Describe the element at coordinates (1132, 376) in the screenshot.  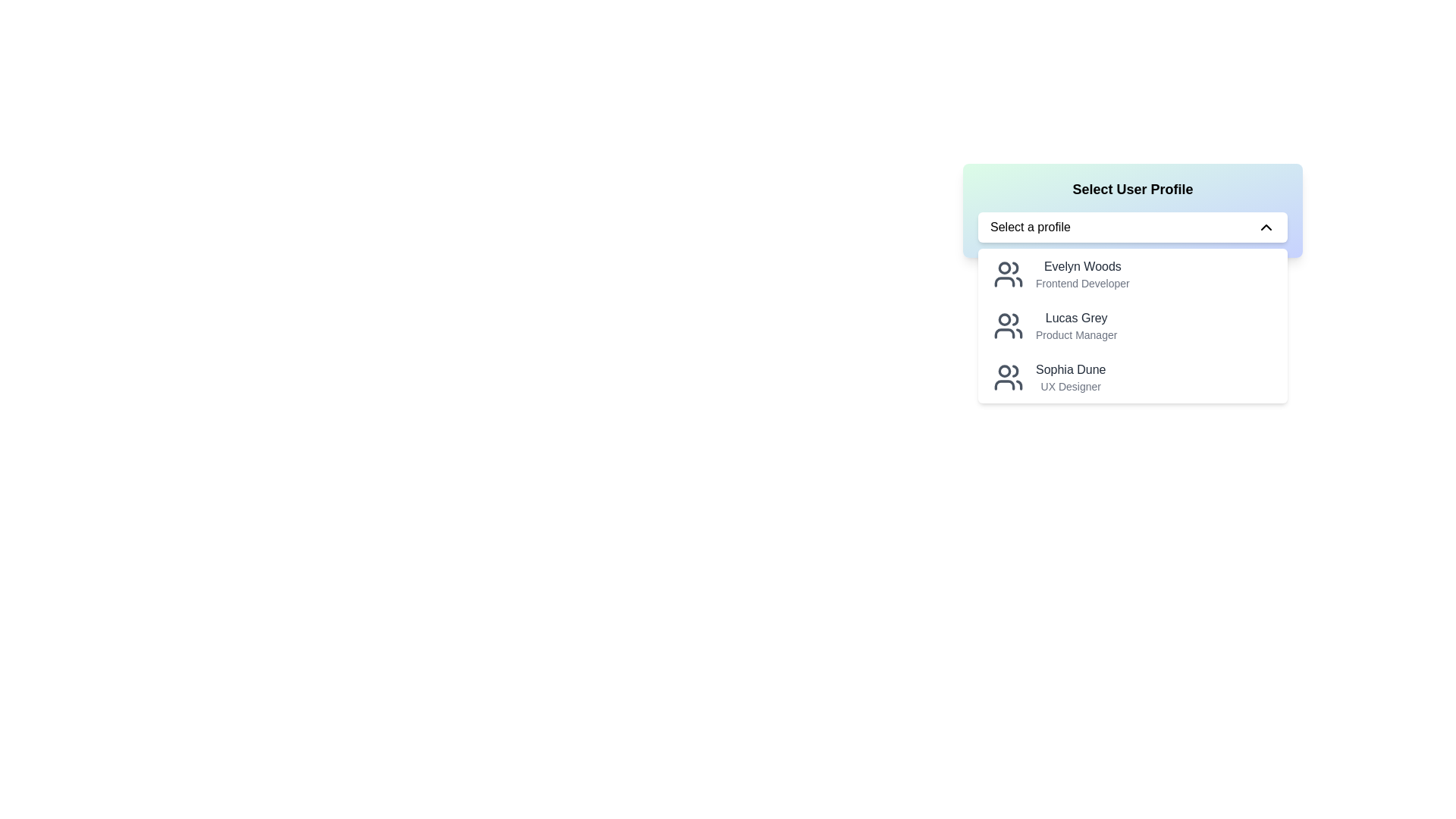
I see `the third item in the dropdown list labeled 'Select User Profile'` at that location.